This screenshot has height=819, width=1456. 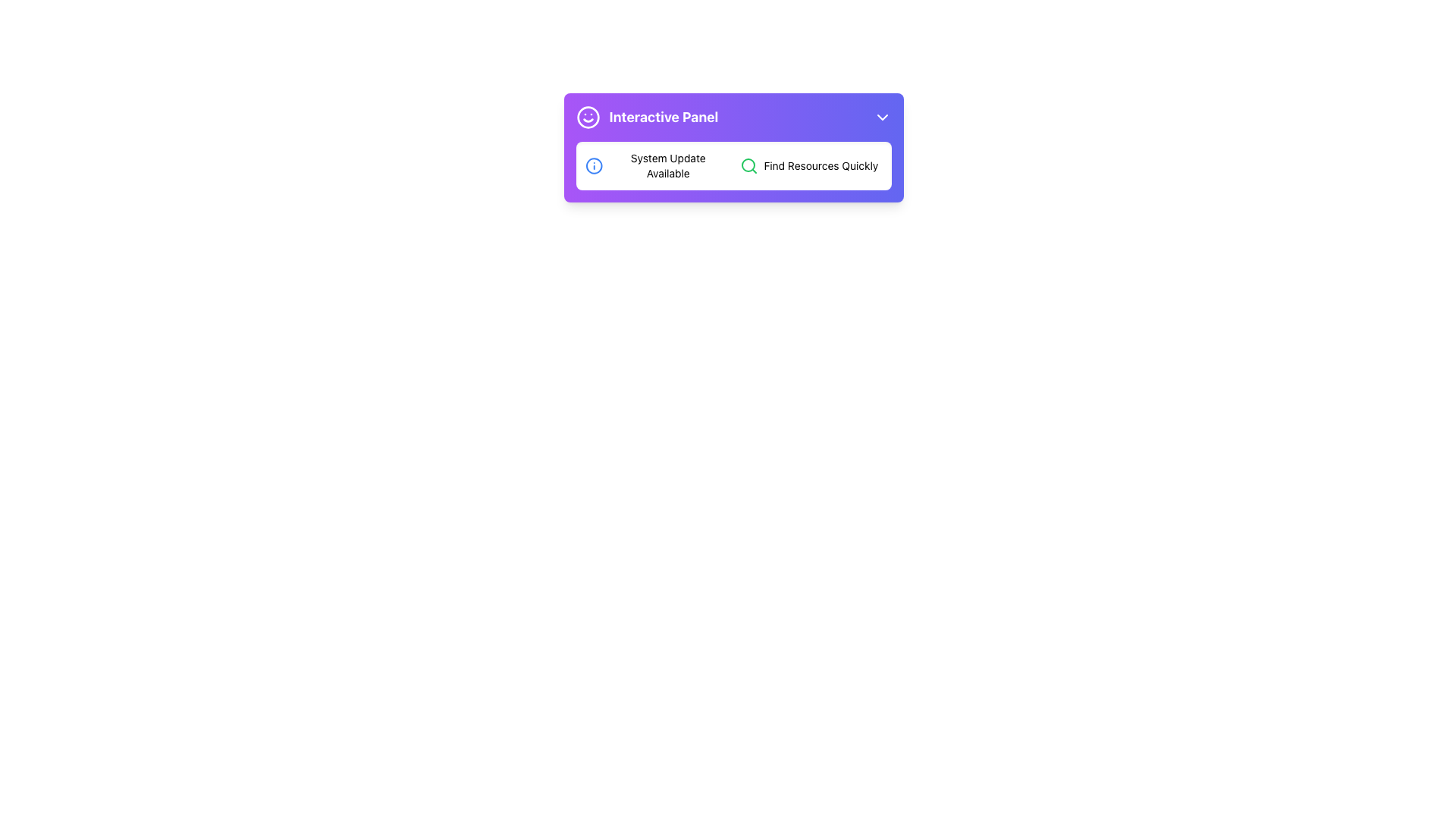 I want to click on the smiling icon on the 'Interactive Panel', so click(x=733, y=148).